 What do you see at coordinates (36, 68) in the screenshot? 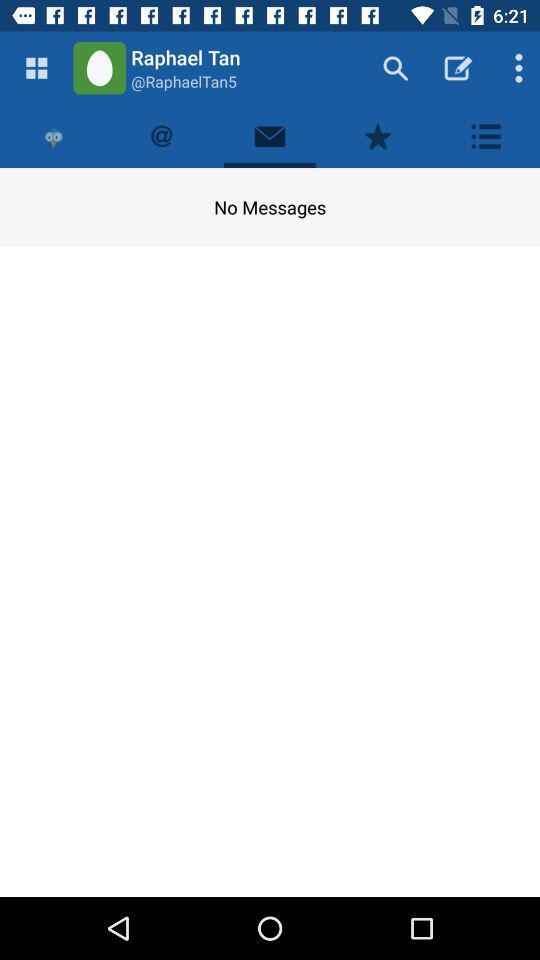
I see `apps of the view` at bounding box center [36, 68].